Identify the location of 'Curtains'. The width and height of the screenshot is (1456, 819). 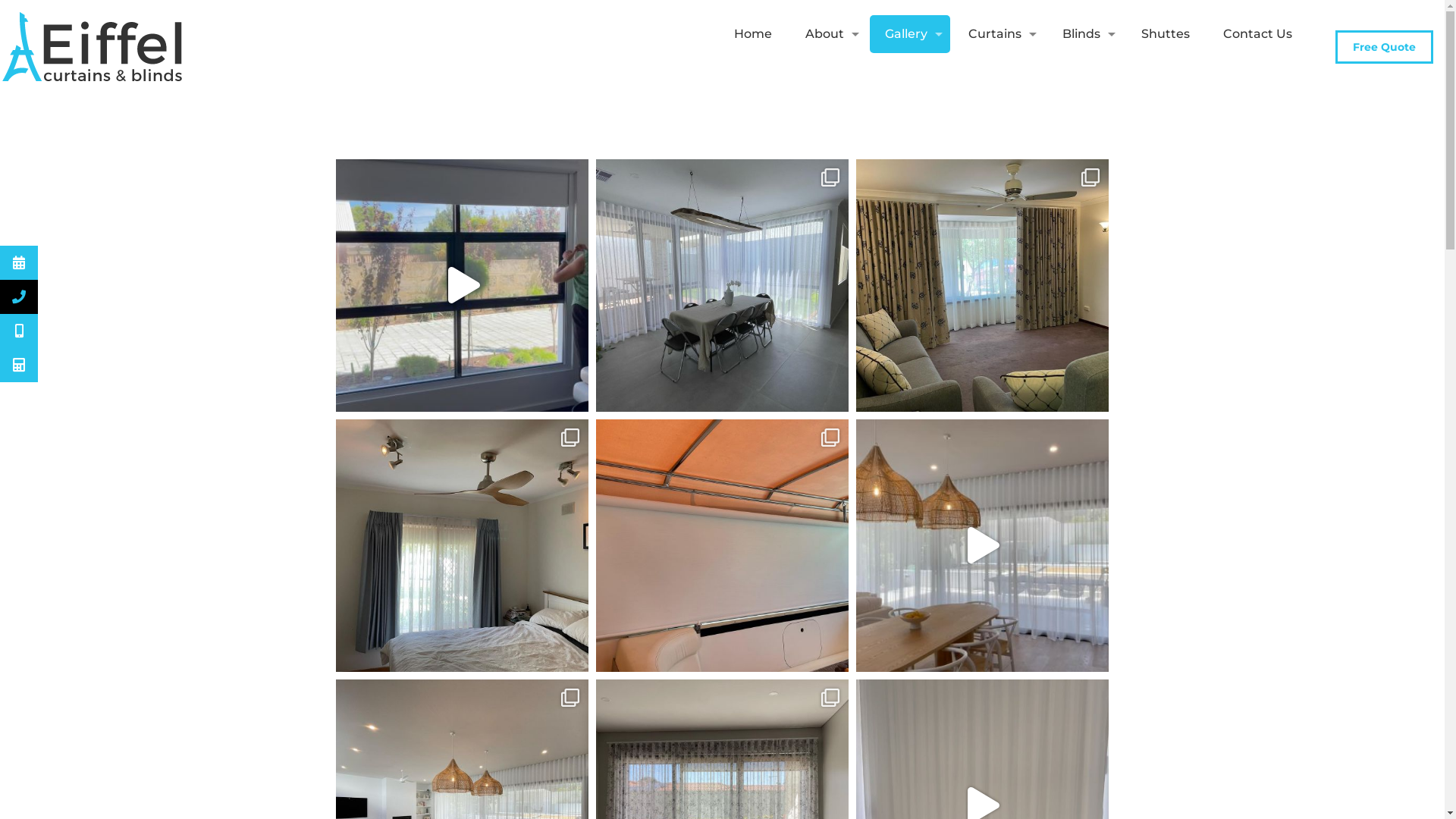
(998, 34).